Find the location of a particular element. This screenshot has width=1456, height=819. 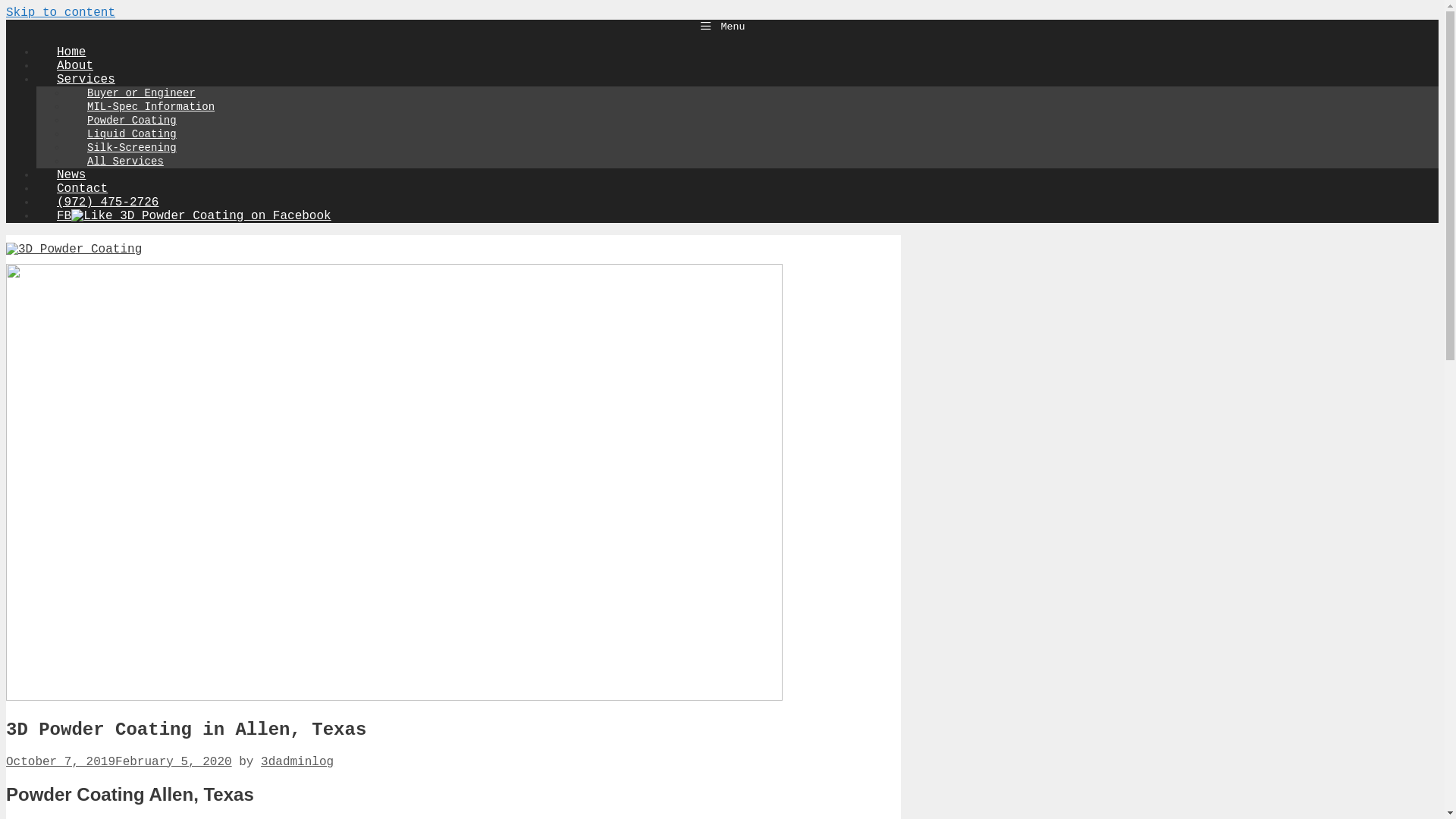

'October 7, 2019February 5, 2020' is located at coordinates (118, 762).